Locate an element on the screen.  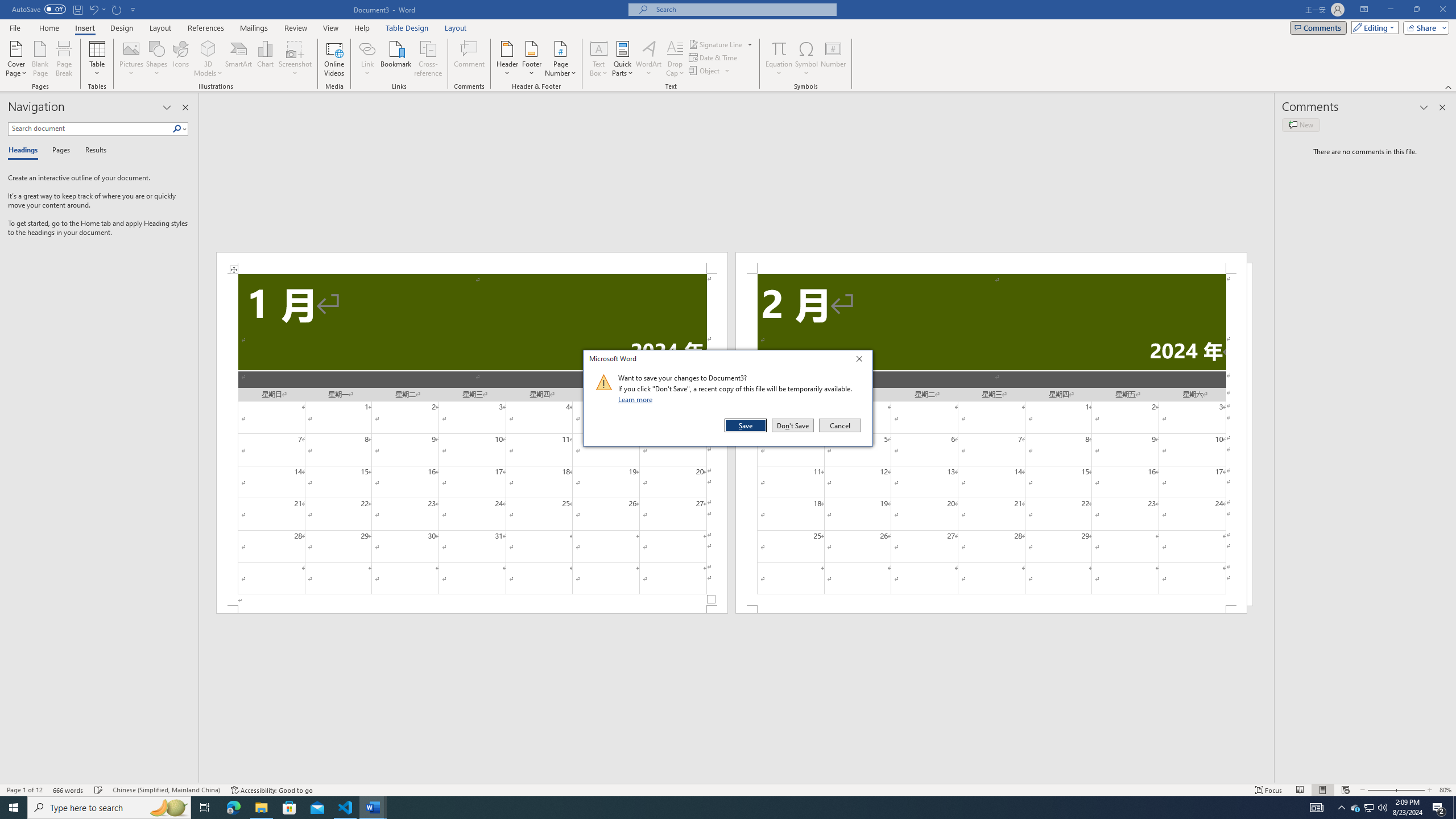
'Text Box' is located at coordinates (598, 59).